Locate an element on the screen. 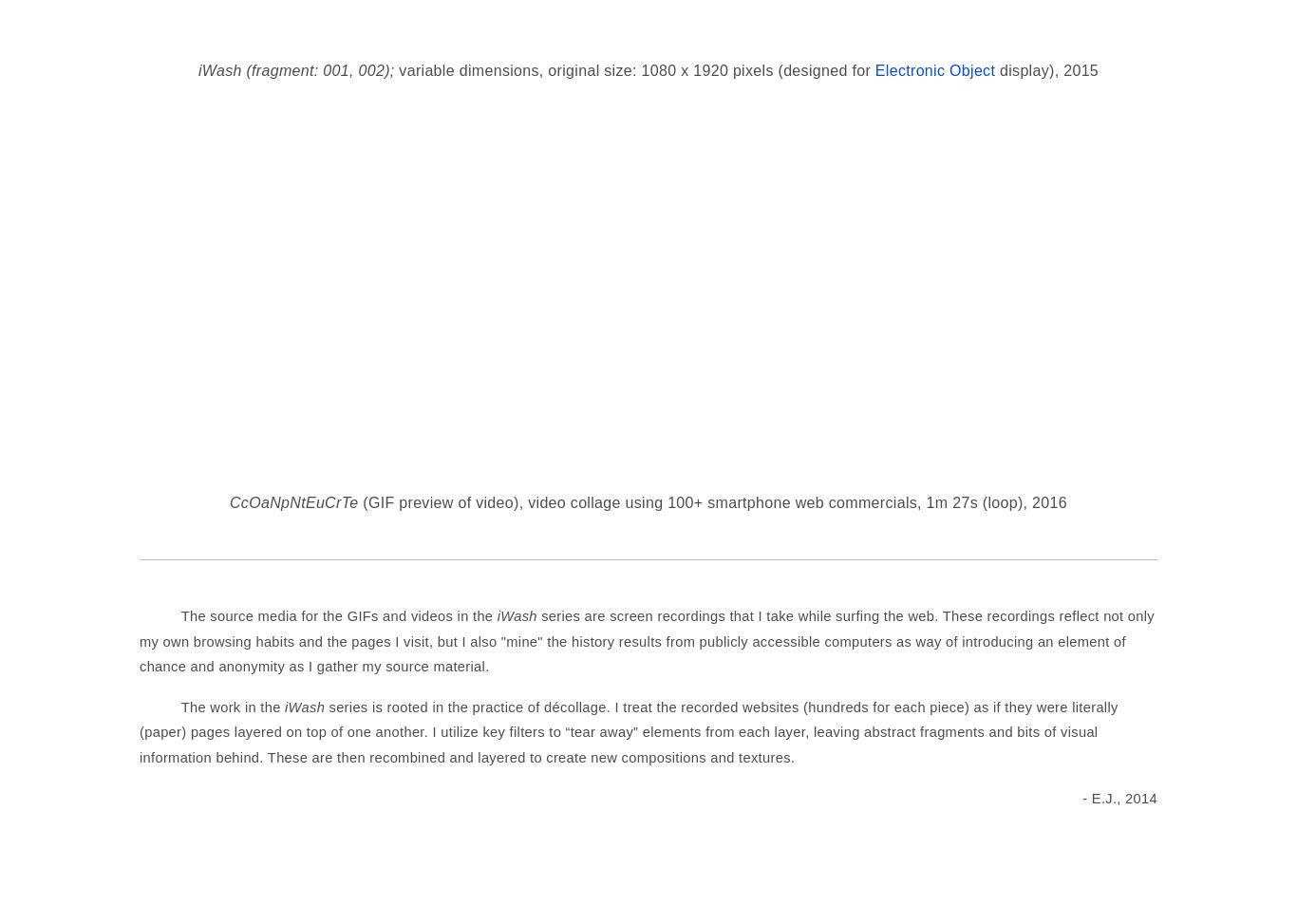 Image resolution: width=1297 pixels, height=924 pixels. 'CcOaNpNtEuCrTe' is located at coordinates (292, 501).